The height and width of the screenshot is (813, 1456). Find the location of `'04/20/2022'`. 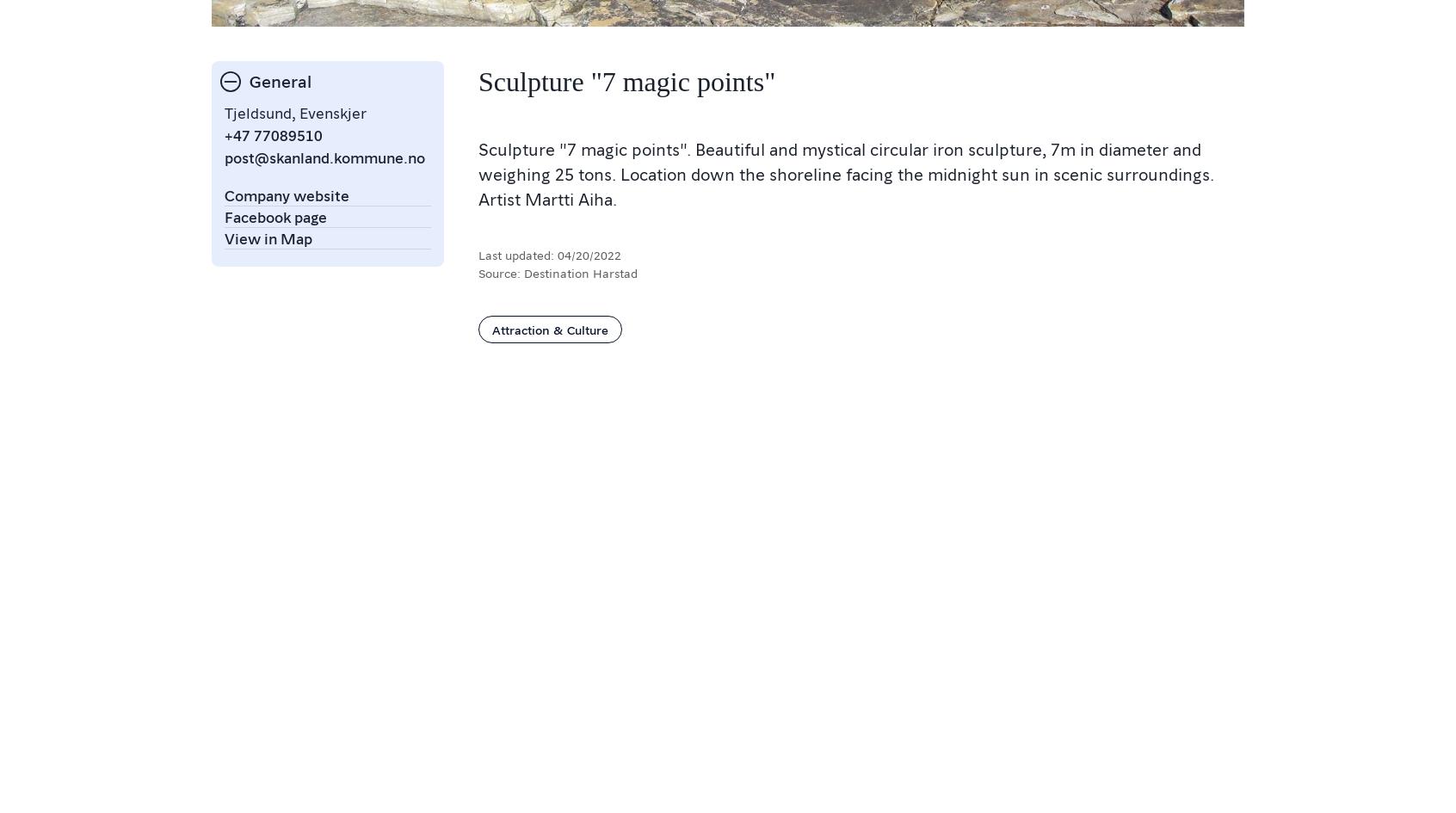

'04/20/2022' is located at coordinates (589, 254).